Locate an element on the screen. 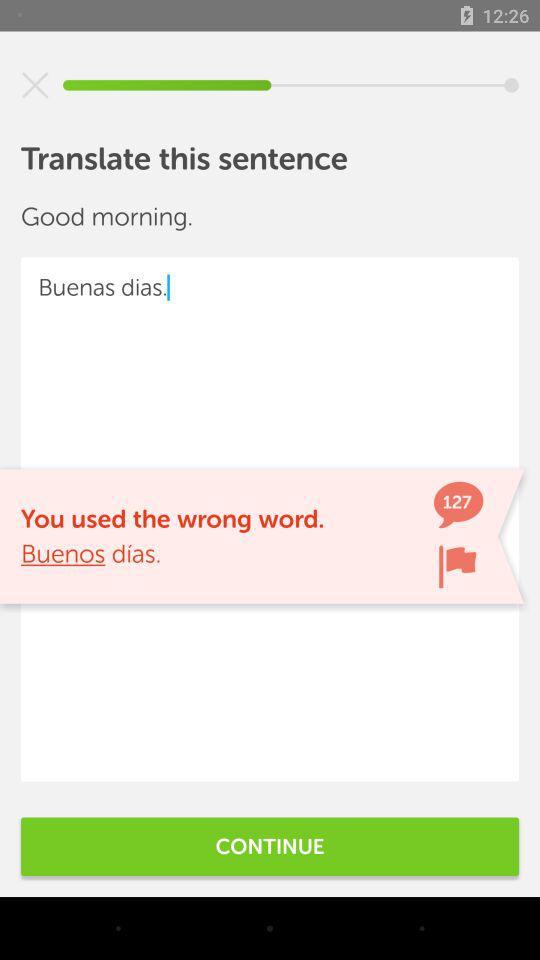 Image resolution: width=540 pixels, height=960 pixels. flag is located at coordinates (457, 566).